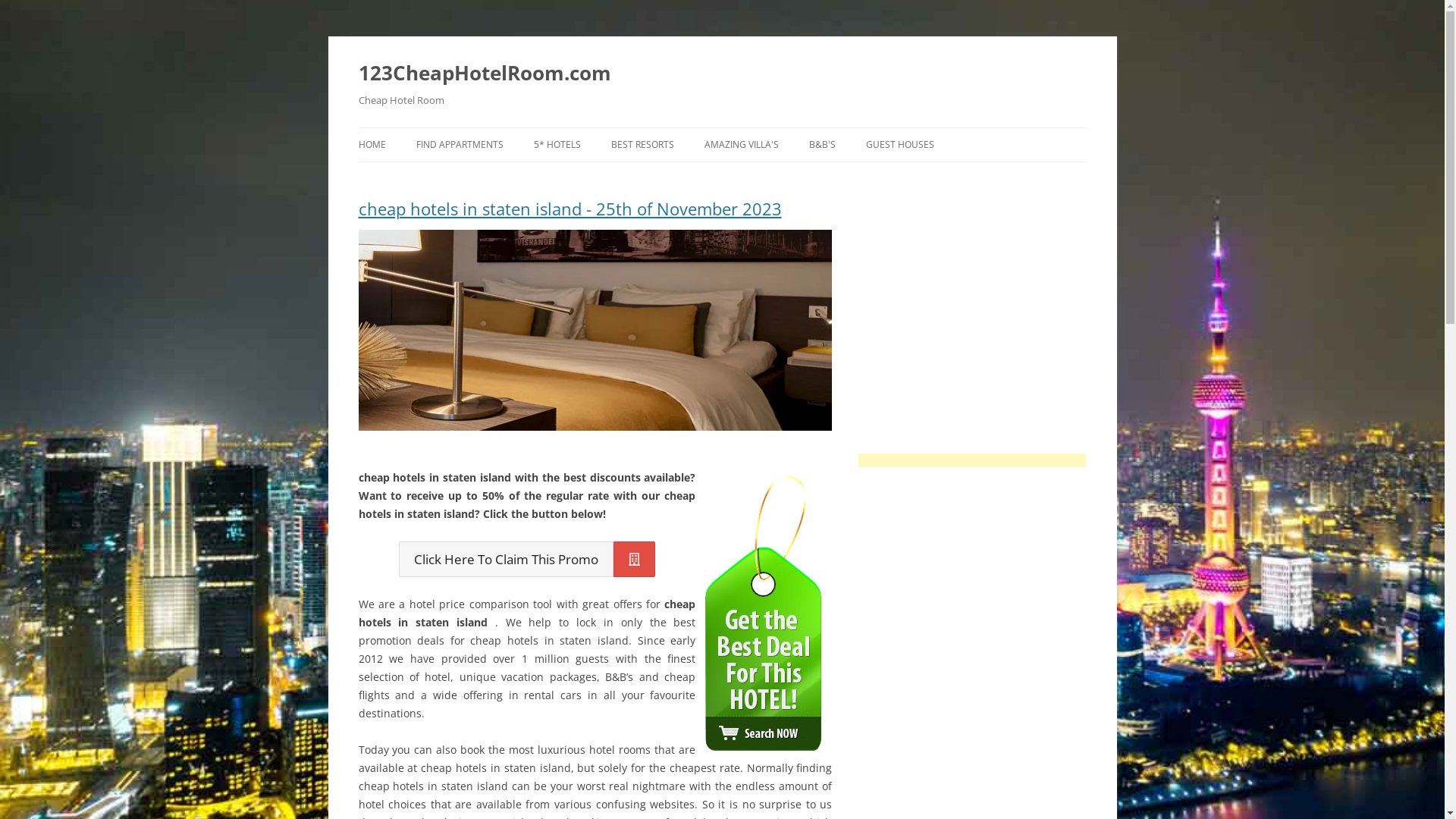  I want to click on '5* HOTELS', so click(556, 145).